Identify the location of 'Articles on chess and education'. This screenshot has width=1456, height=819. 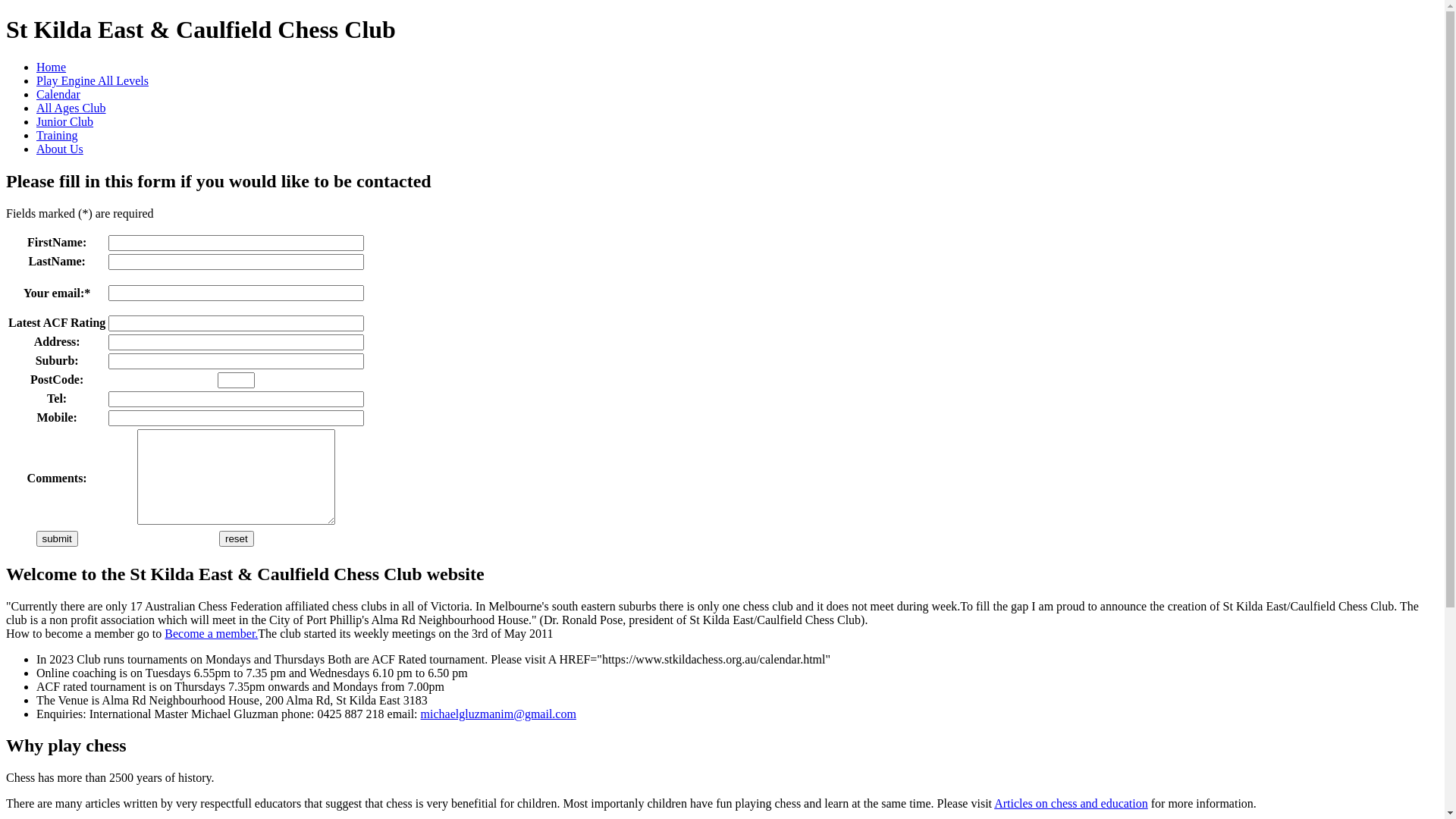
(1070, 802).